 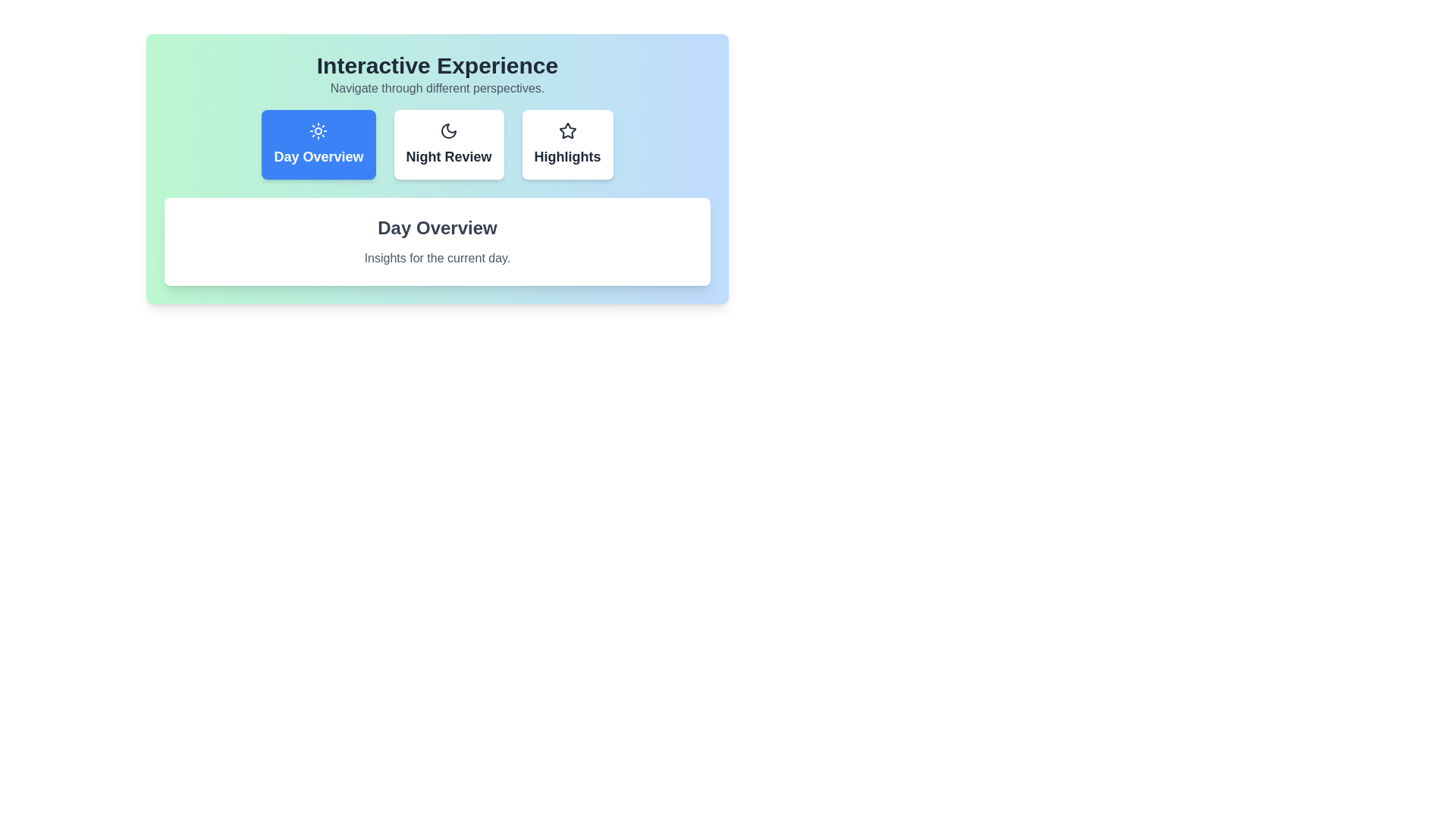 What do you see at coordinates (447, 145) in the screenshot?
I see `the Night Review tab to switch to its content` at bounding box center [447, 145].